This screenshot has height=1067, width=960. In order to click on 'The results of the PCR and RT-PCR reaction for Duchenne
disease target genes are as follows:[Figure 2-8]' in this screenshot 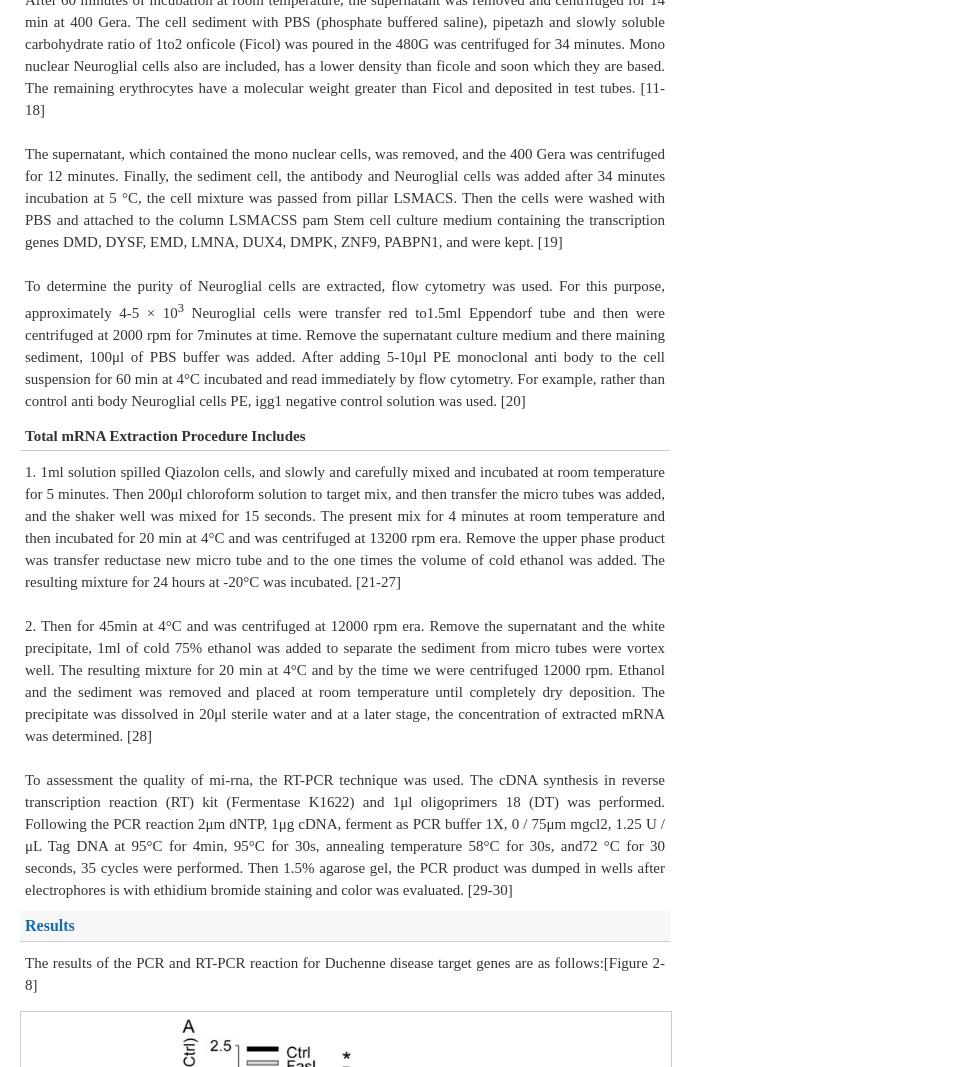, I will do `click(345, 972)`.